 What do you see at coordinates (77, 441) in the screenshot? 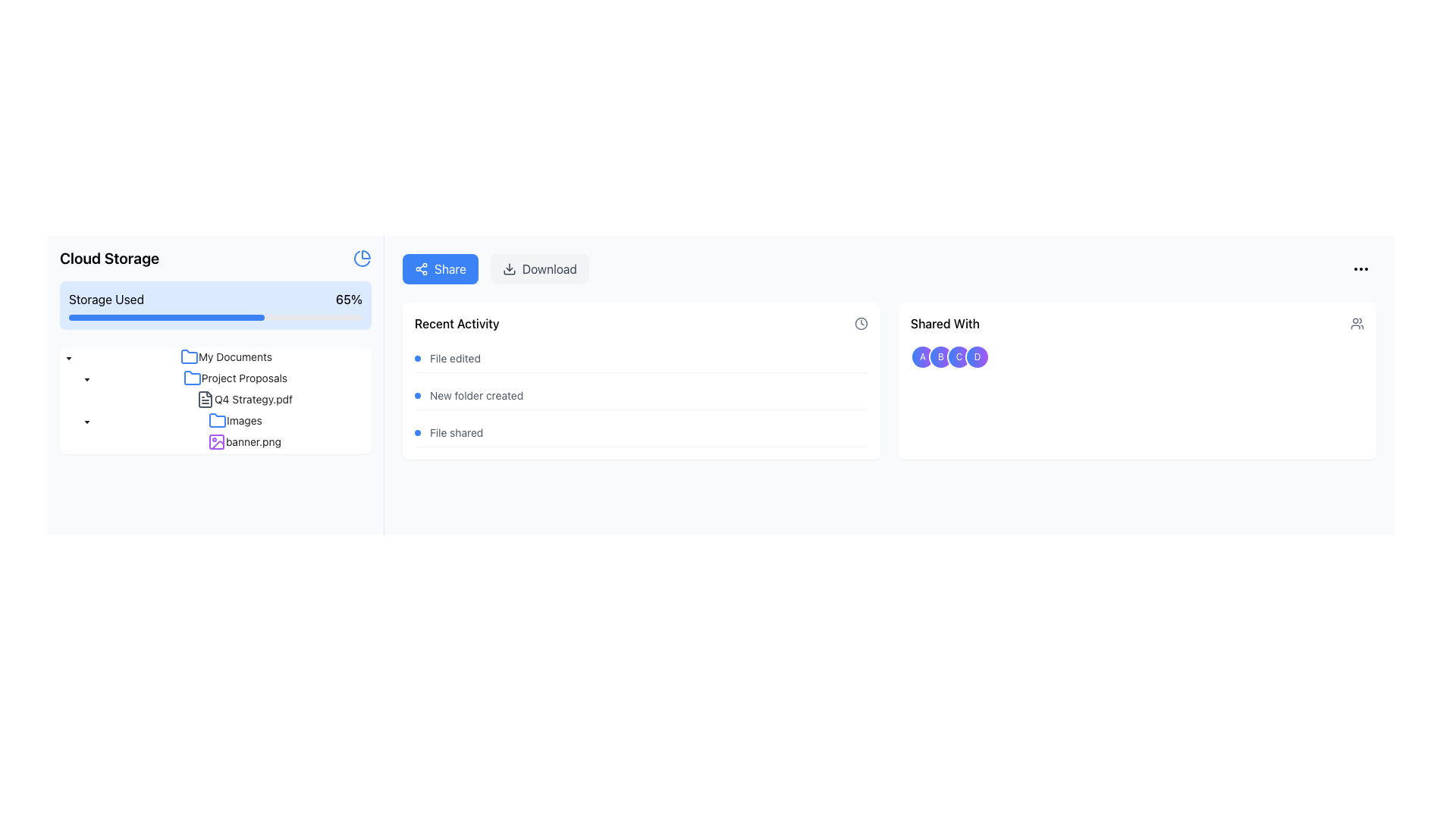
I see `the Indentation guide element, which serves as a structural placeholder in the tree navigation for the 'banner.png' item, located directly to its left` at bounding box center [77, 441].